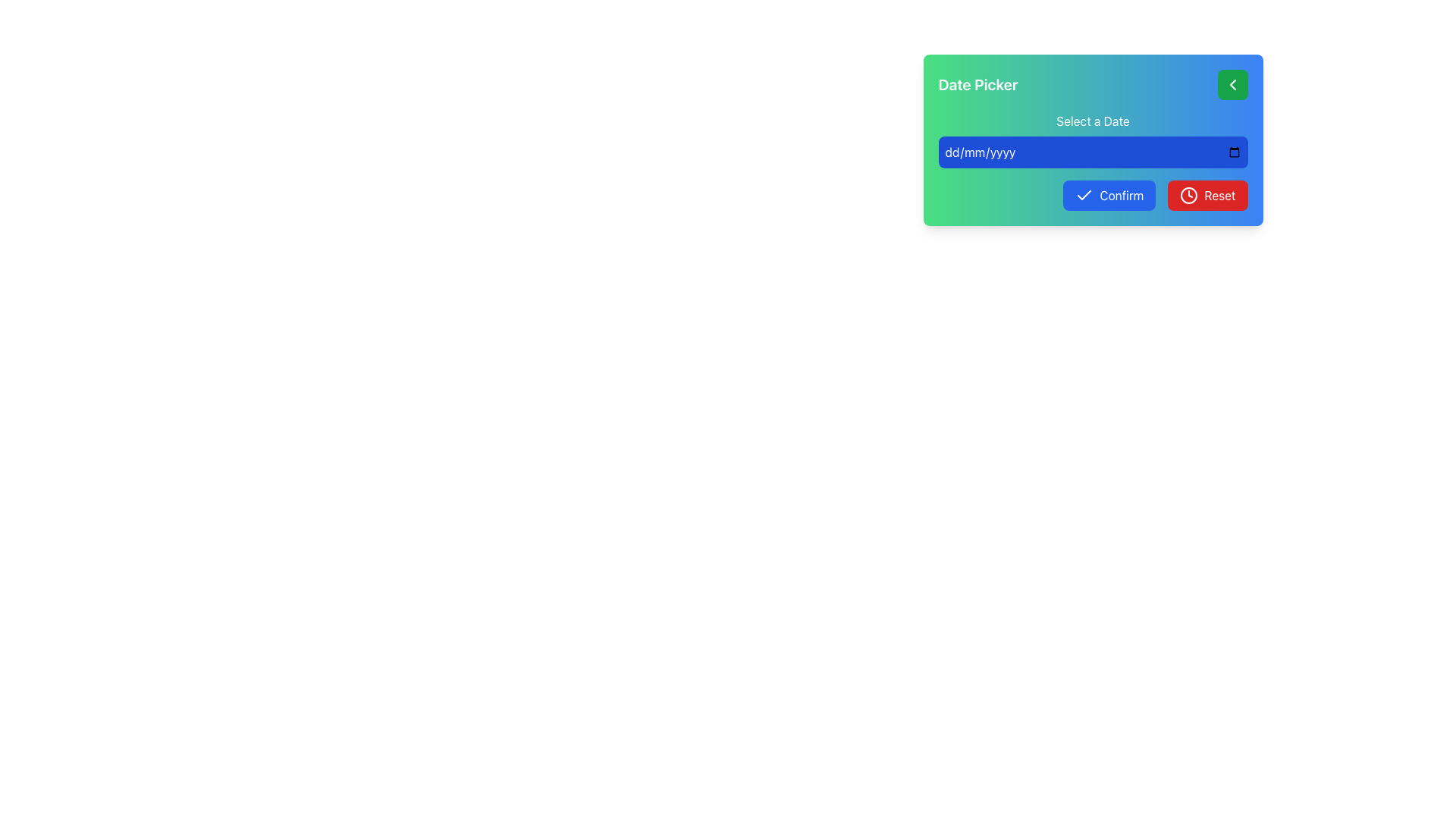 The height and width of the screenshot is (819, 1456). I want to click on the green rectangular button with rounded corners containing a left-pointing chevron icon, so click(1232, 84).